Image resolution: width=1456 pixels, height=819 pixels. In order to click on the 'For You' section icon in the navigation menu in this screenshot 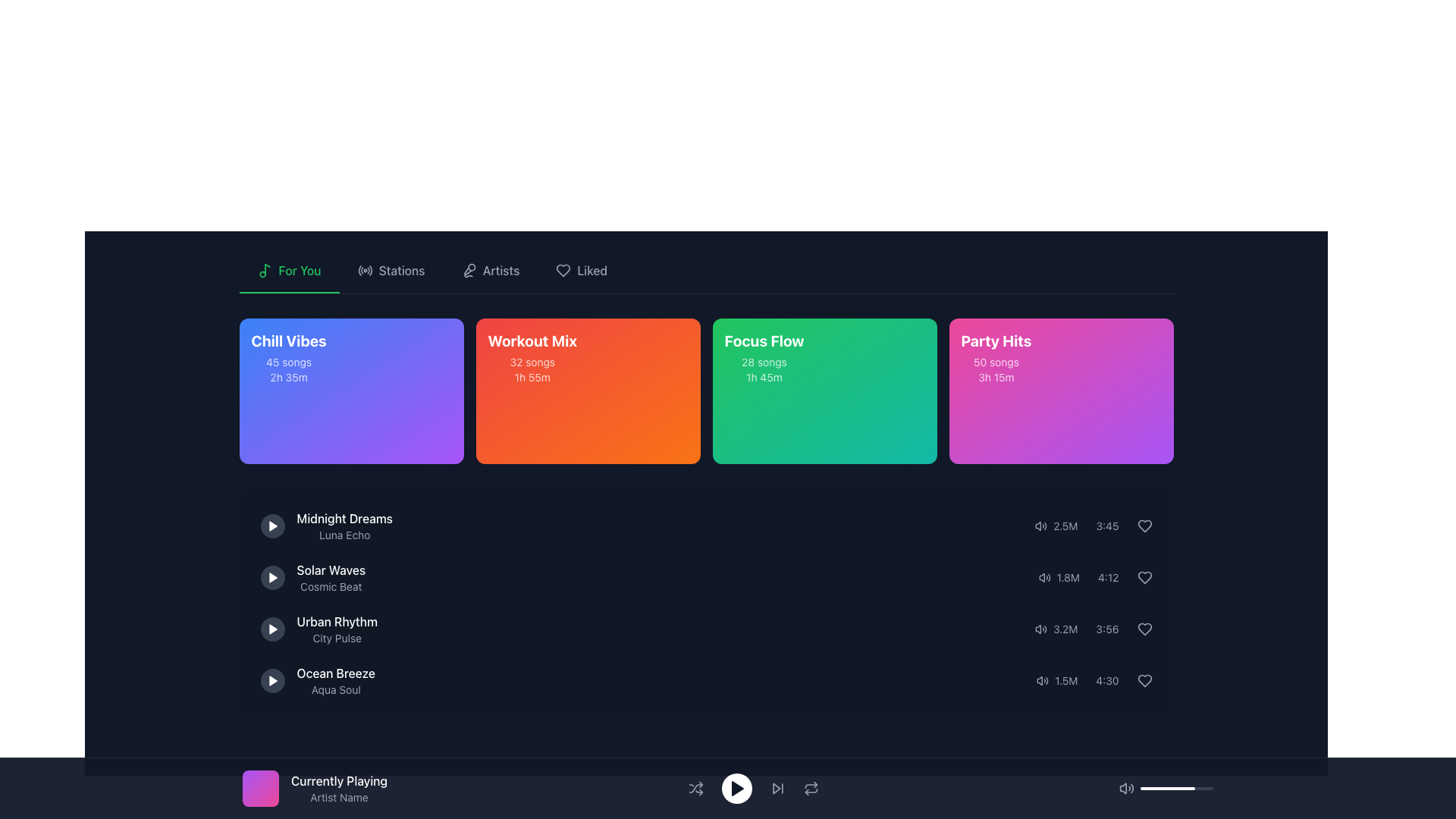, I will do `click(265, 270)`.